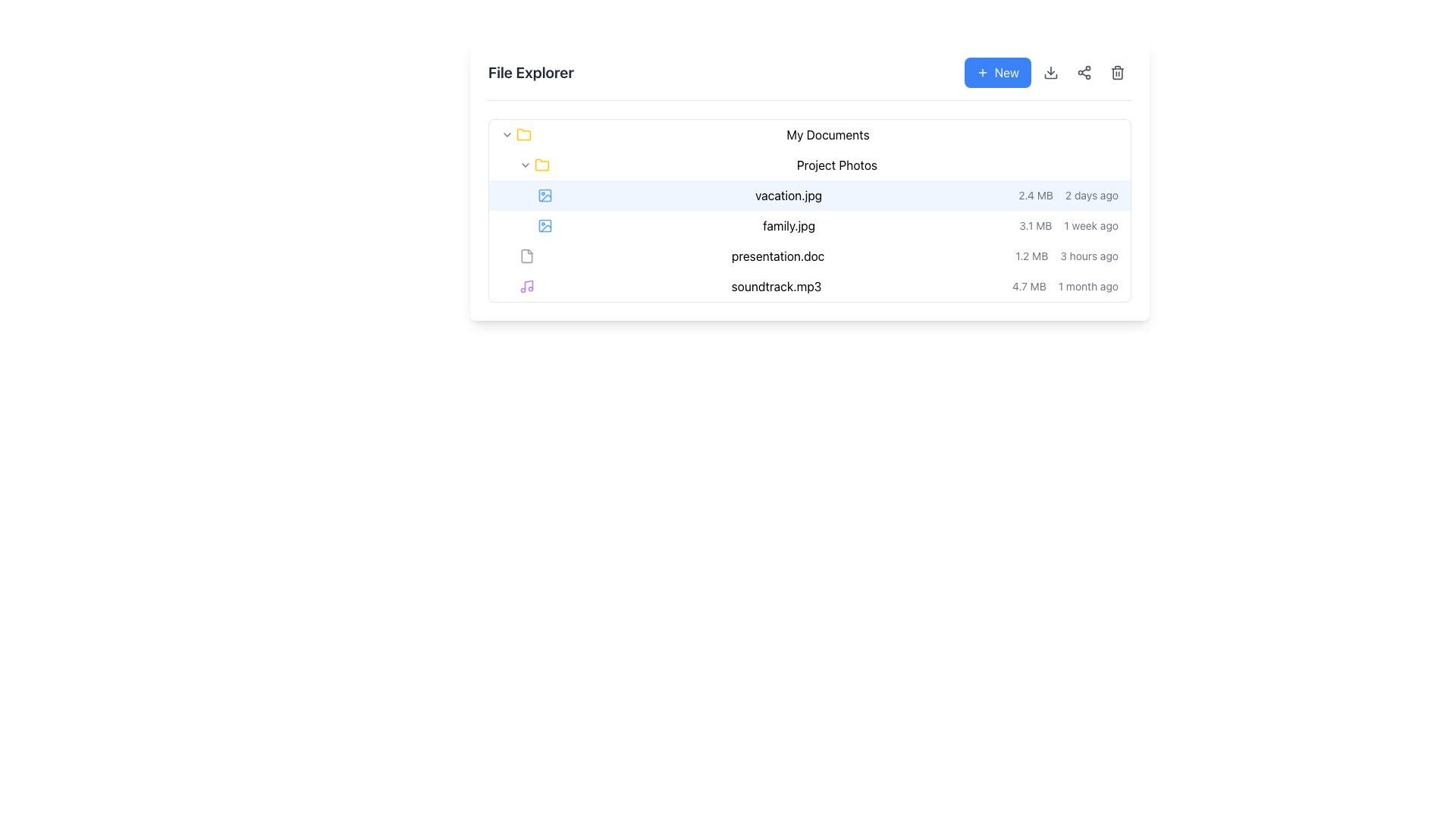 The image size is (1456, 819). I want to click on the rounded square SVG graphic element indicating the 'vacation.jpg' file in the file explorer, so click(545, 225).